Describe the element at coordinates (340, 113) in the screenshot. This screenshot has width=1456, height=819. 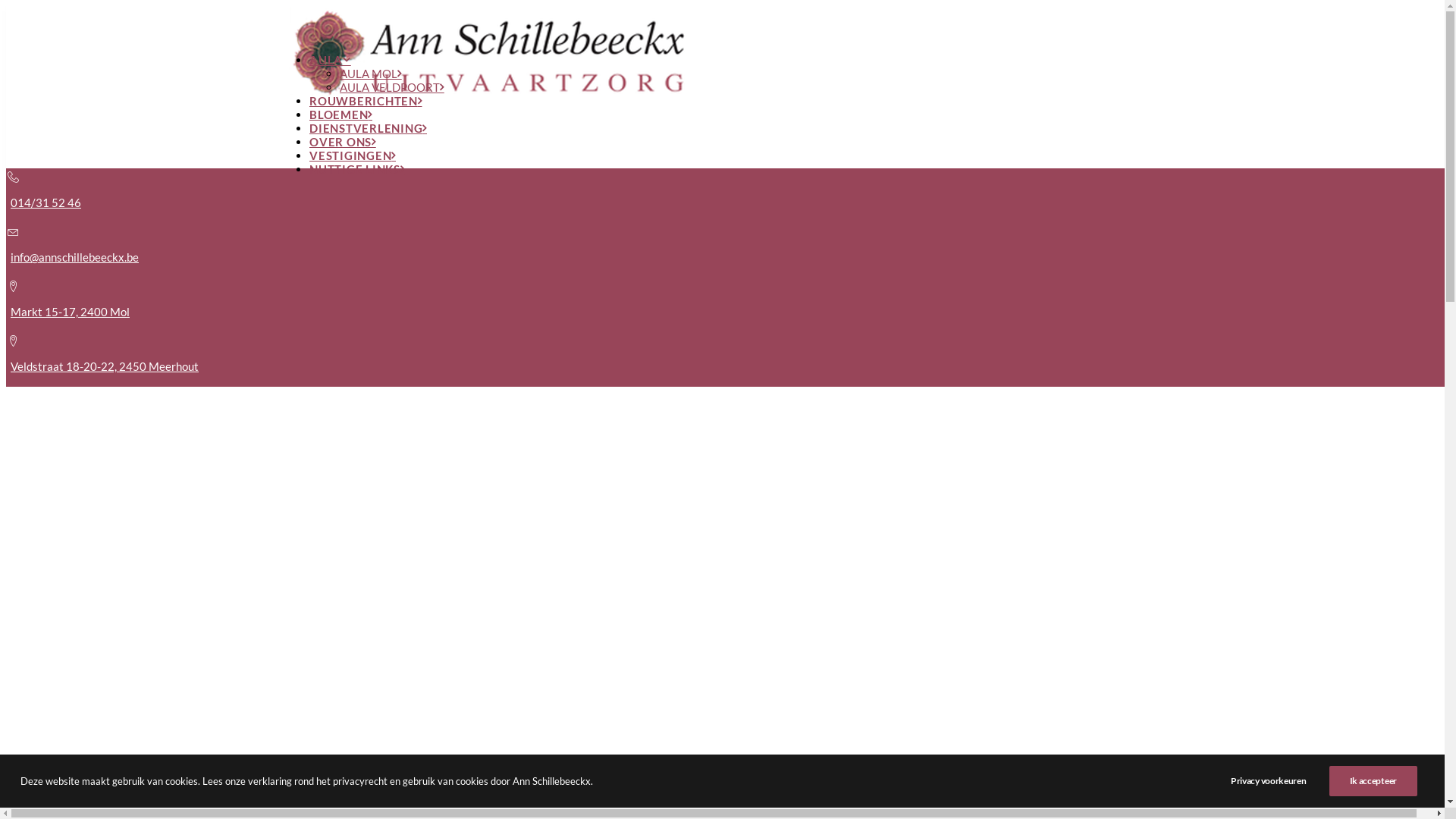
I see `'BLOEMEN'` at that location.